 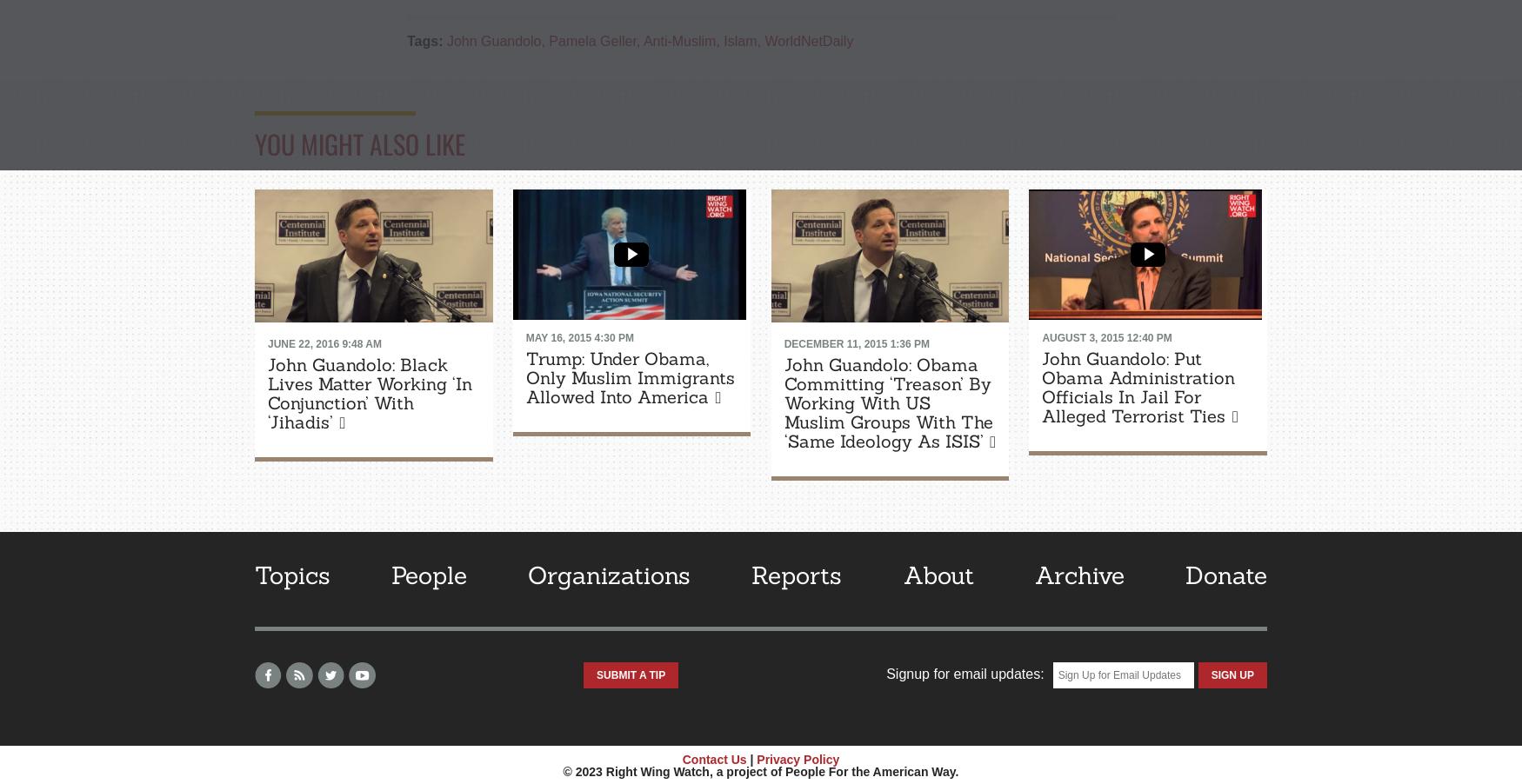 I want to click on 'About', so click(x=938, y=573).